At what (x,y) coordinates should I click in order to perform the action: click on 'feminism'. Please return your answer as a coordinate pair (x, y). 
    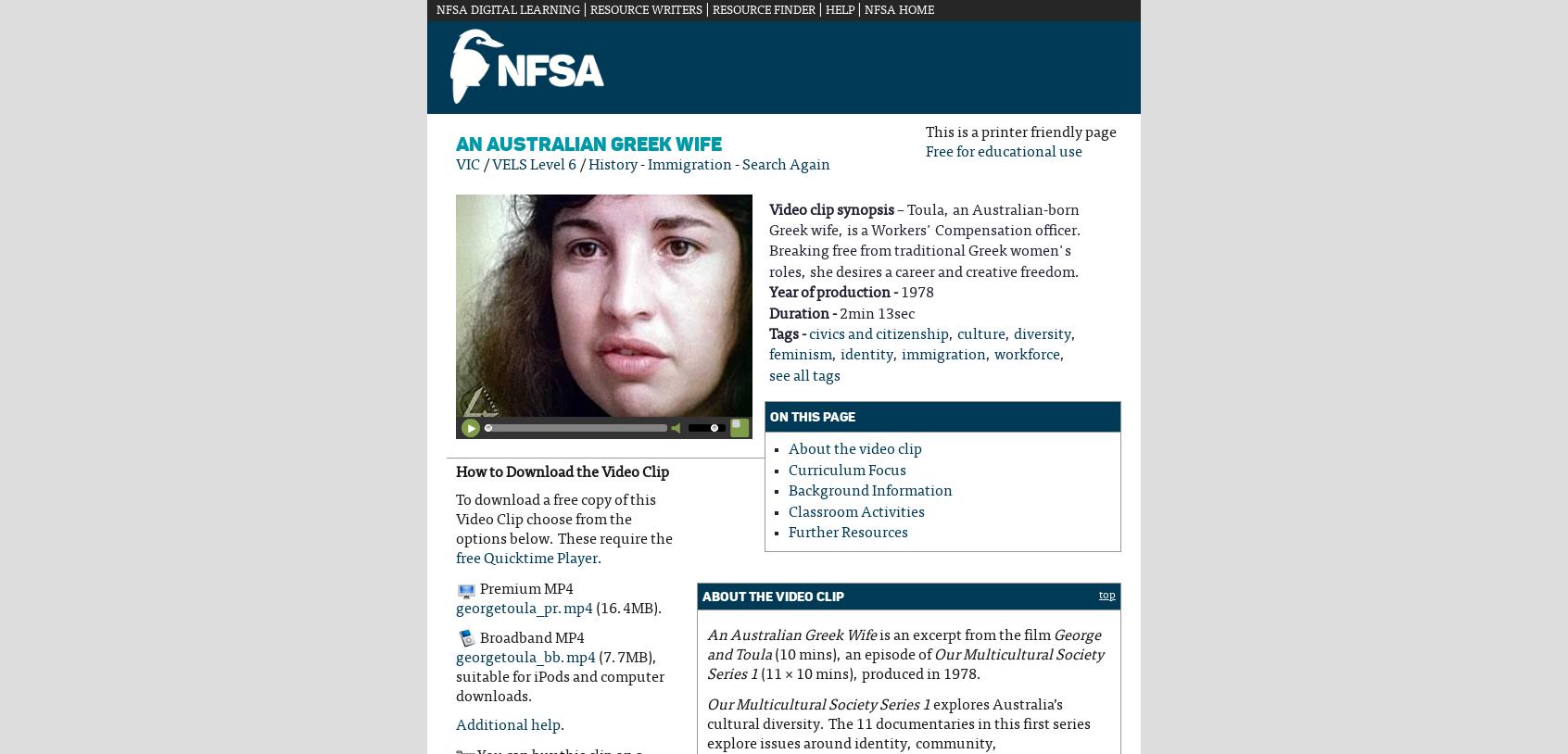
    Looking at the image, I should click on (799, 355).